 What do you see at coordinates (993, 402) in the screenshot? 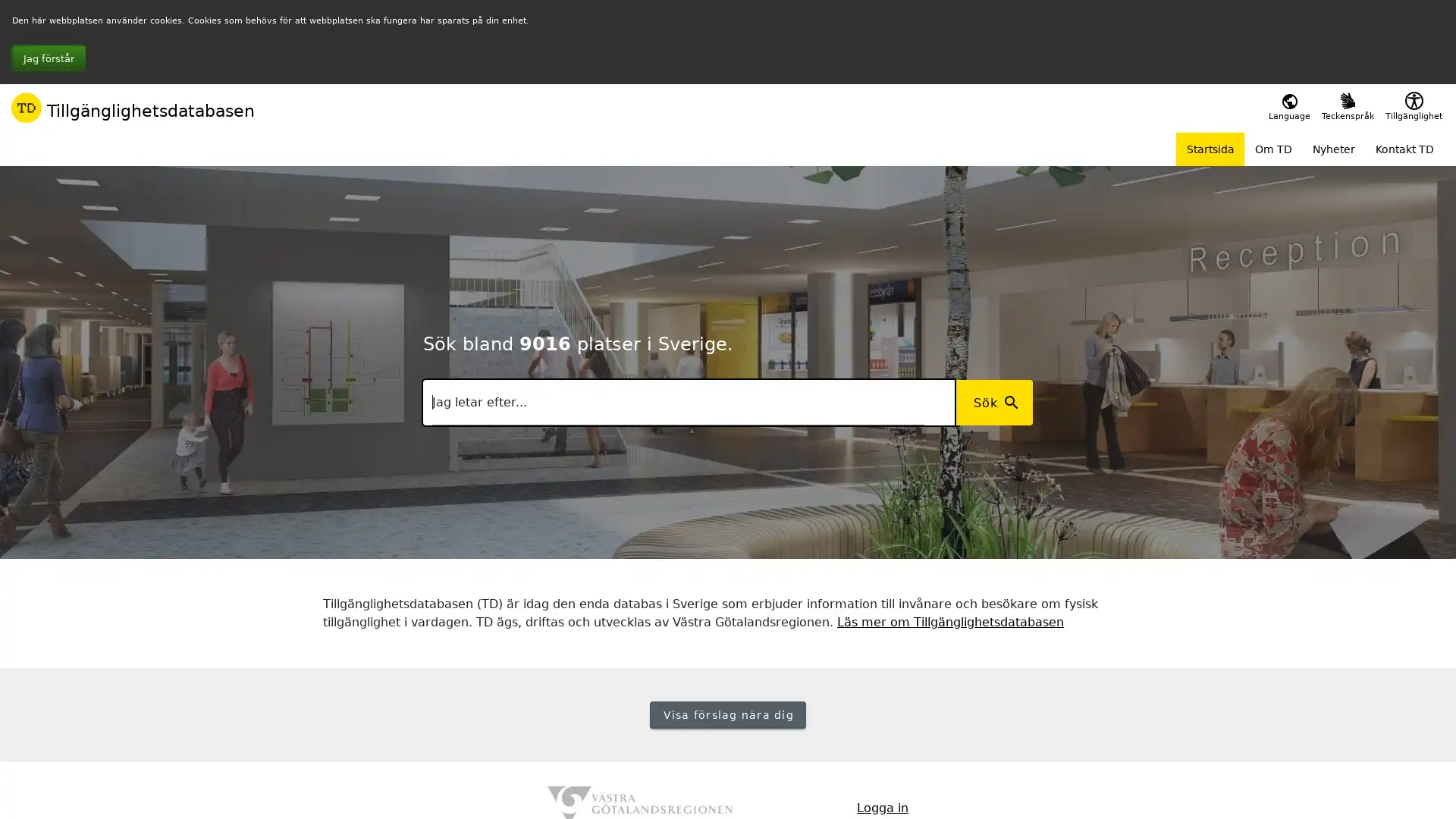
I see `Sok` at bounding box center [993, 402].